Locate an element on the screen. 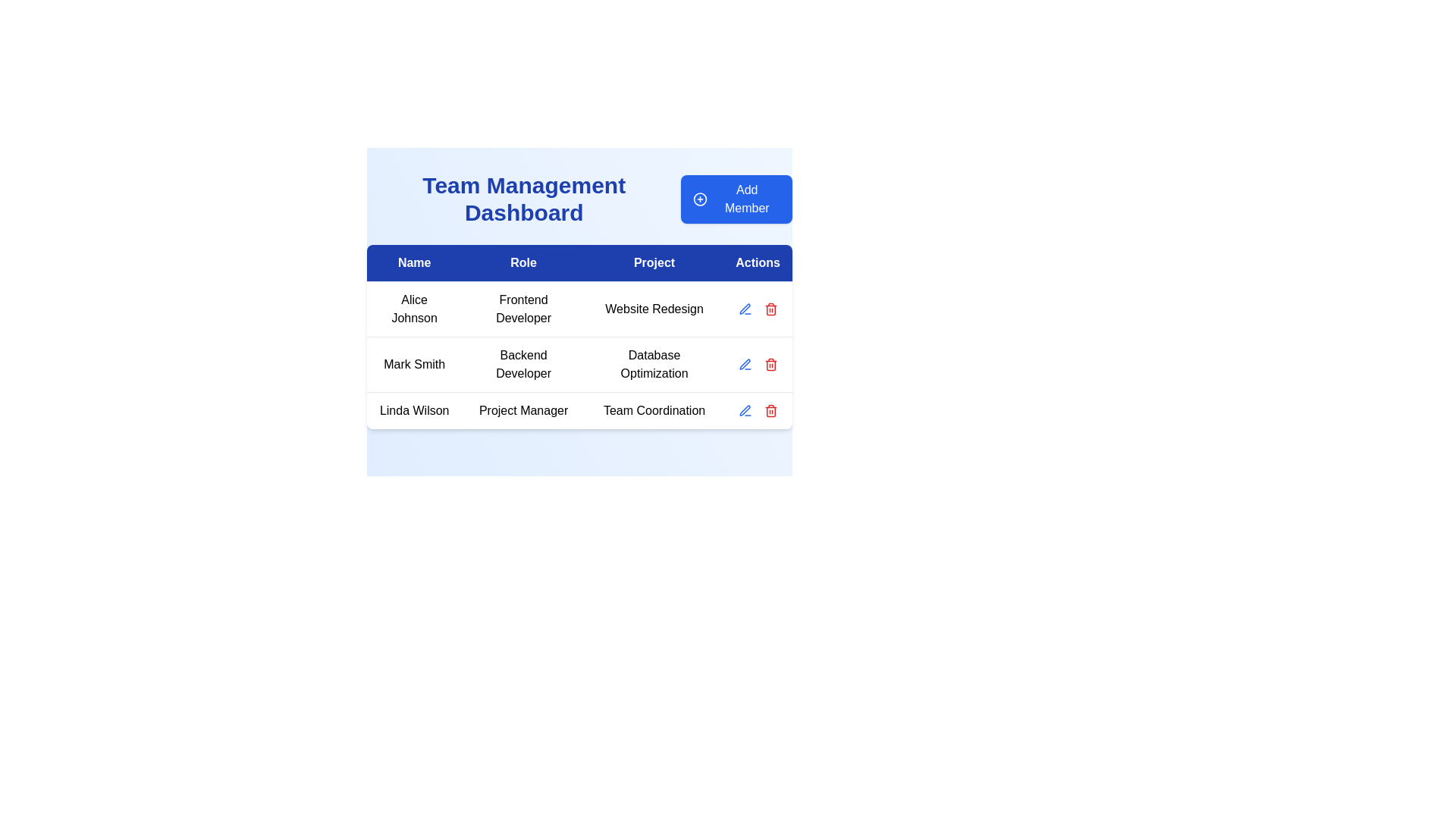 Image resolution: width=1456 pixels, height=819 pixels. the blue pen icon in the 'Actions' column of the 'Backend Developer' row is located at coordinates (745, 309).